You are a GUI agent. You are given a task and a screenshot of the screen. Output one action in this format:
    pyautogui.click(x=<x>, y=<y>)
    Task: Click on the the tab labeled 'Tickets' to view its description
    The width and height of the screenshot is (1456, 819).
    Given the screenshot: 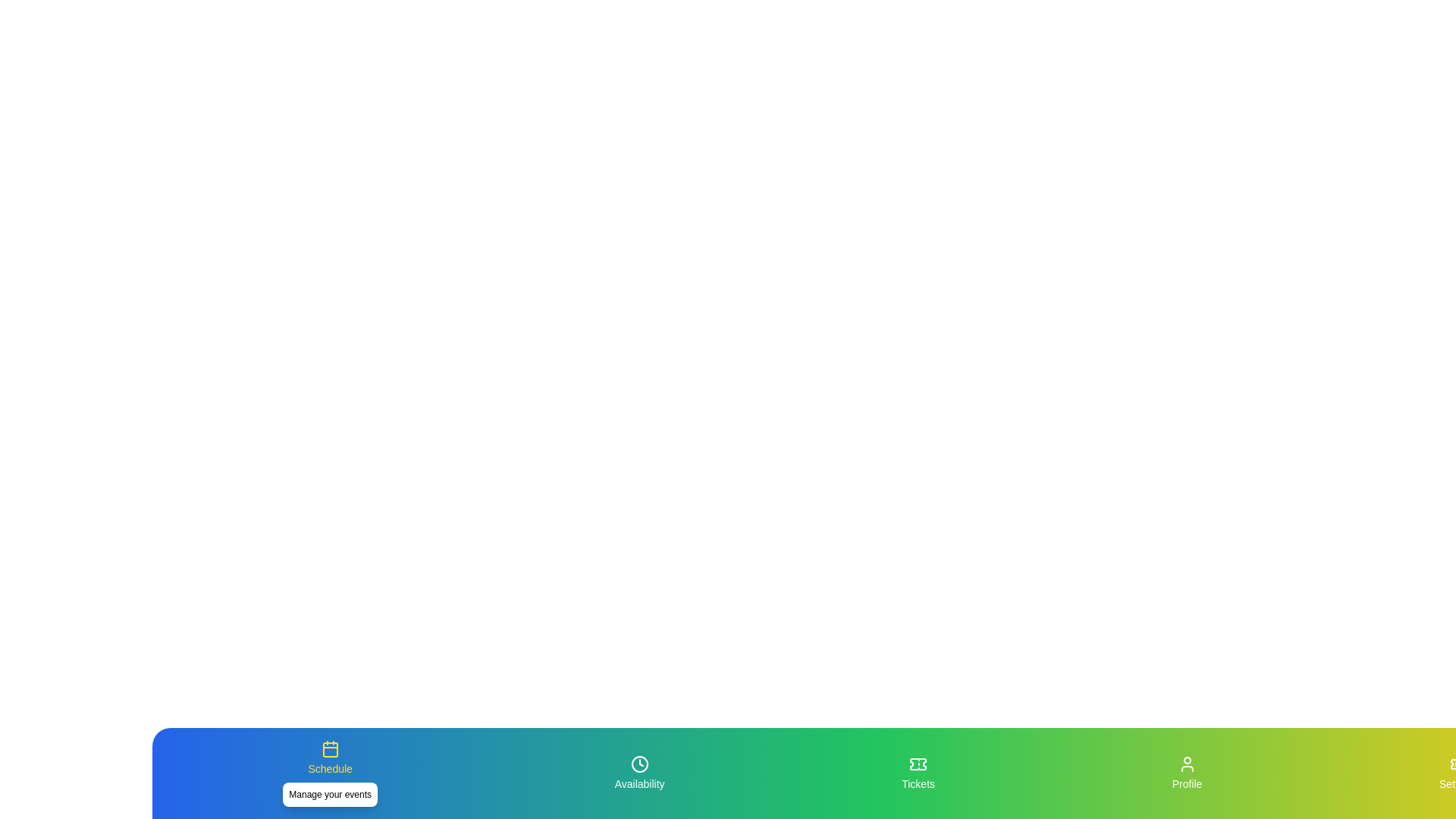 What is the action you would take?
    pyautogui.click(x=917, y=773)
    